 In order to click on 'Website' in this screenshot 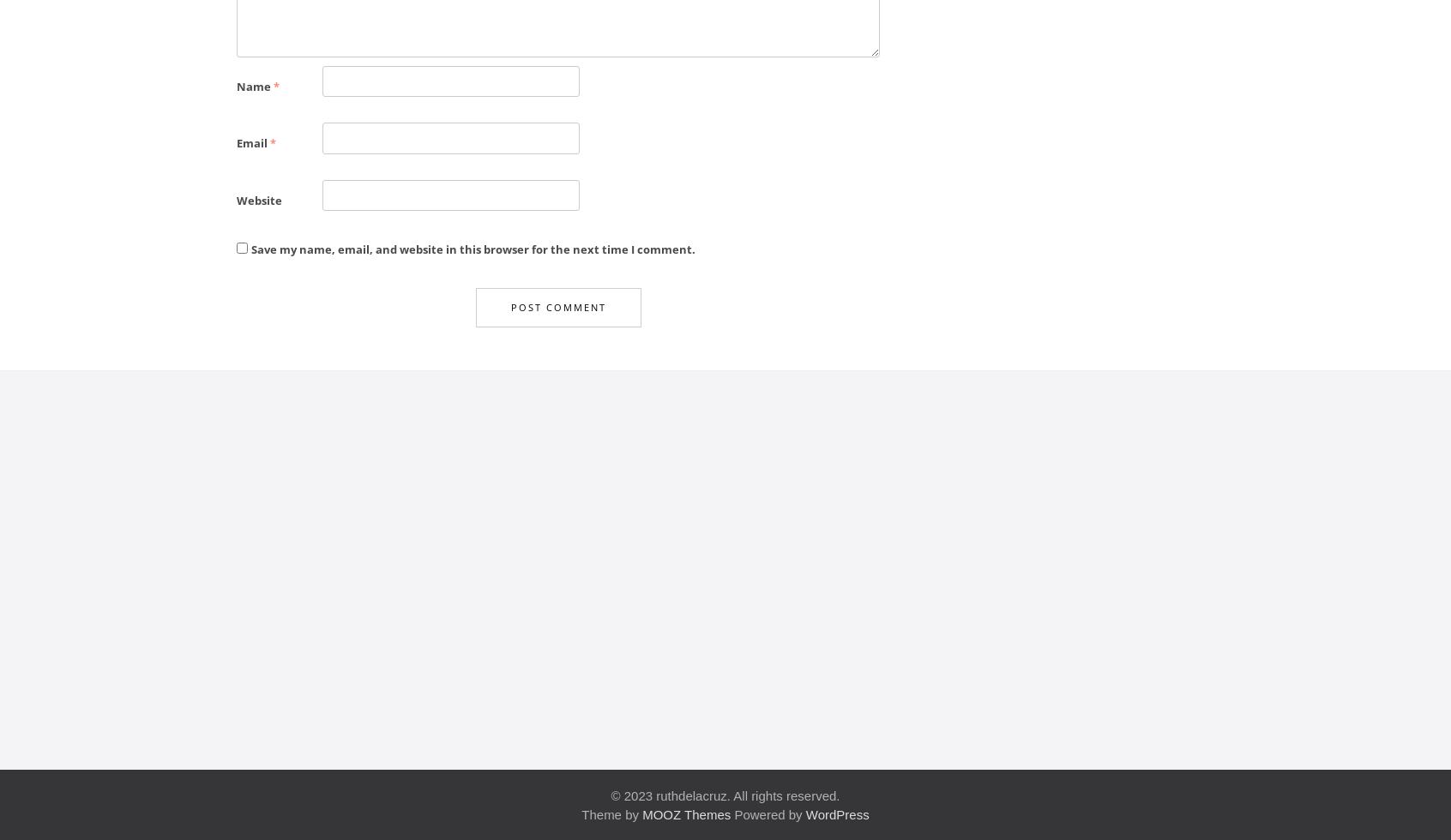, I will do `click(236, 200)`.